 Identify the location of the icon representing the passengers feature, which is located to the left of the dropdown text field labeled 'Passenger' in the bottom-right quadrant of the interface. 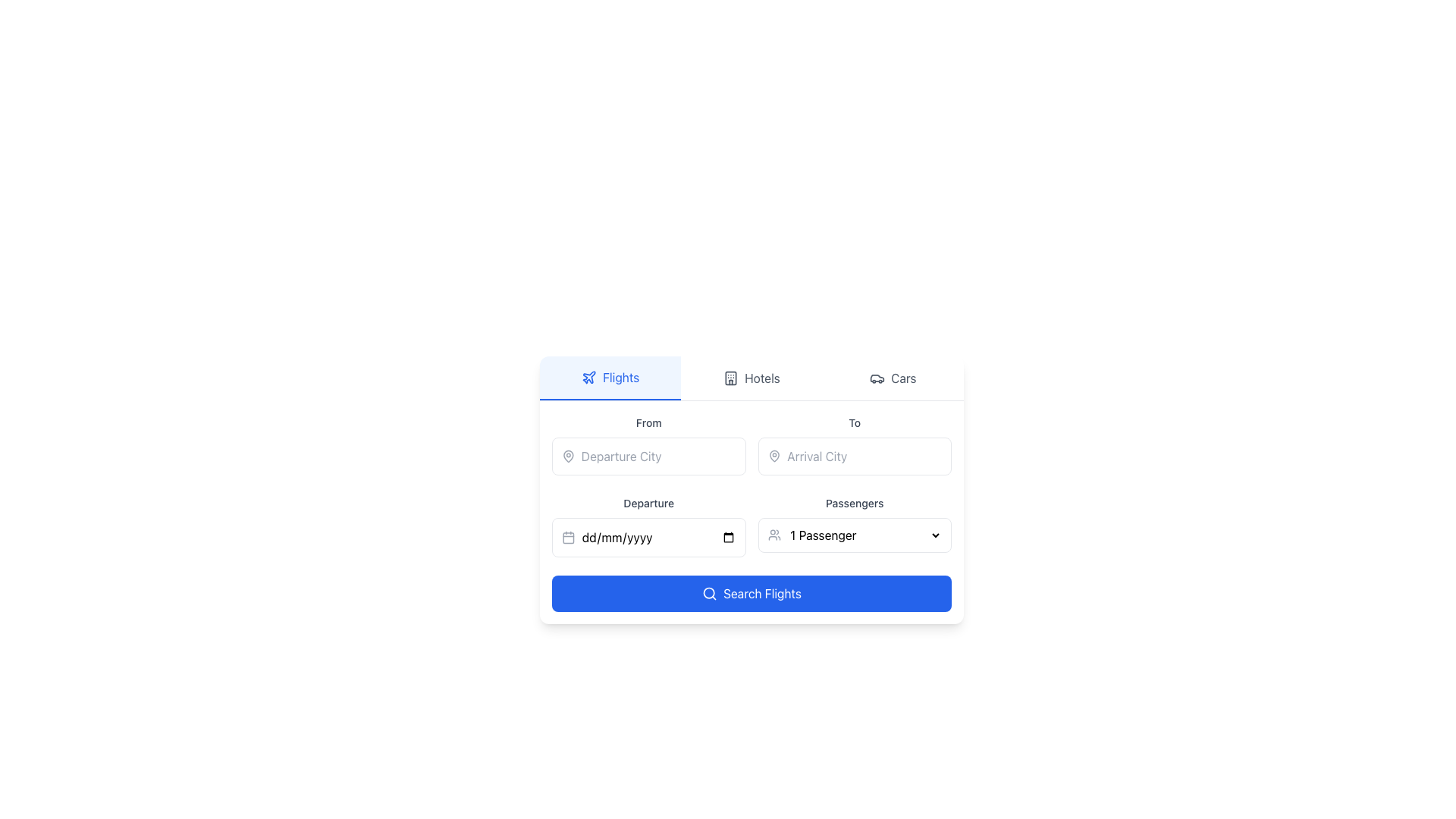
(774, 534).